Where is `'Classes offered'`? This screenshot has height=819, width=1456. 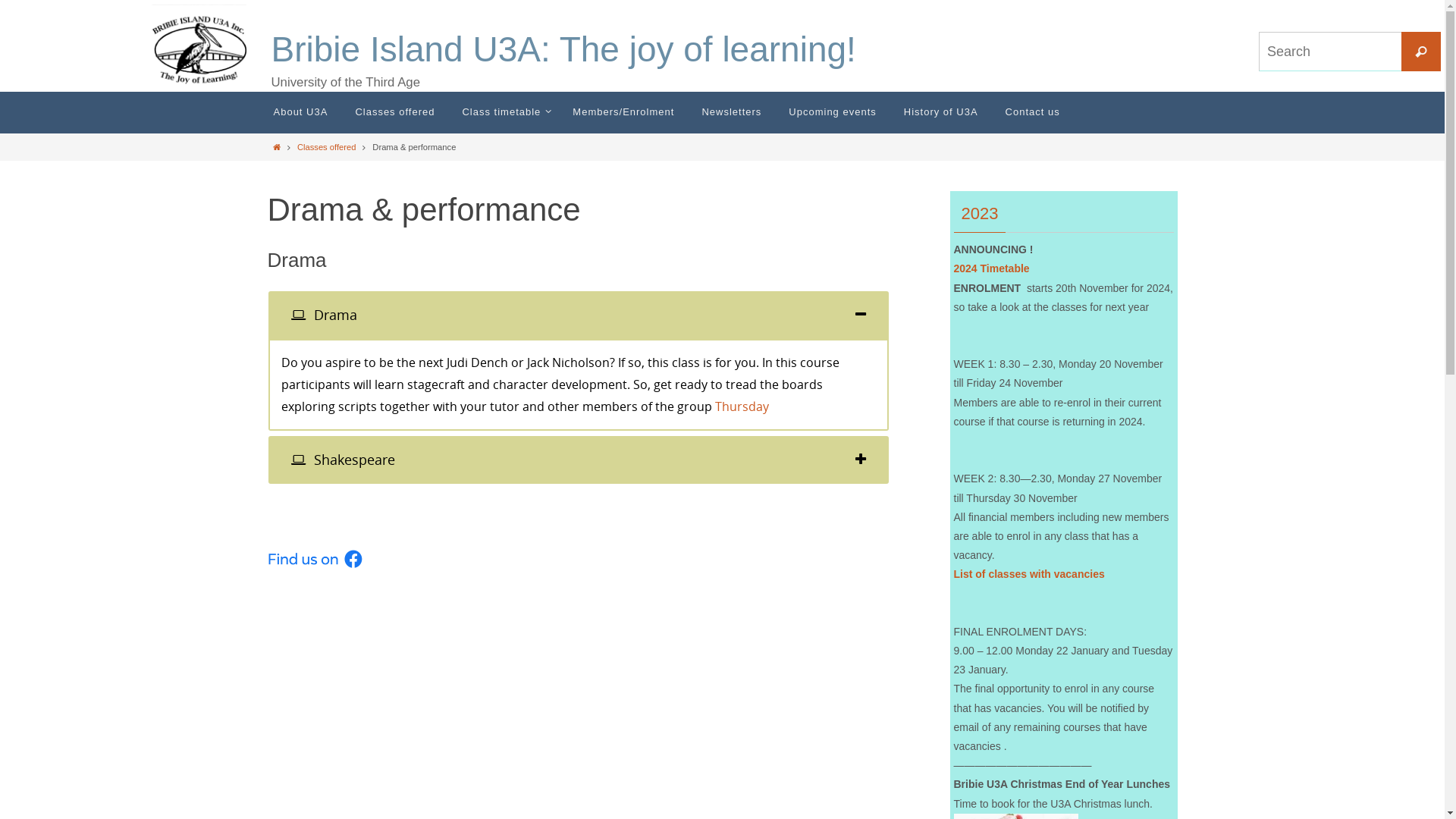 'Classes offered' is located at coordinates (394, 111).